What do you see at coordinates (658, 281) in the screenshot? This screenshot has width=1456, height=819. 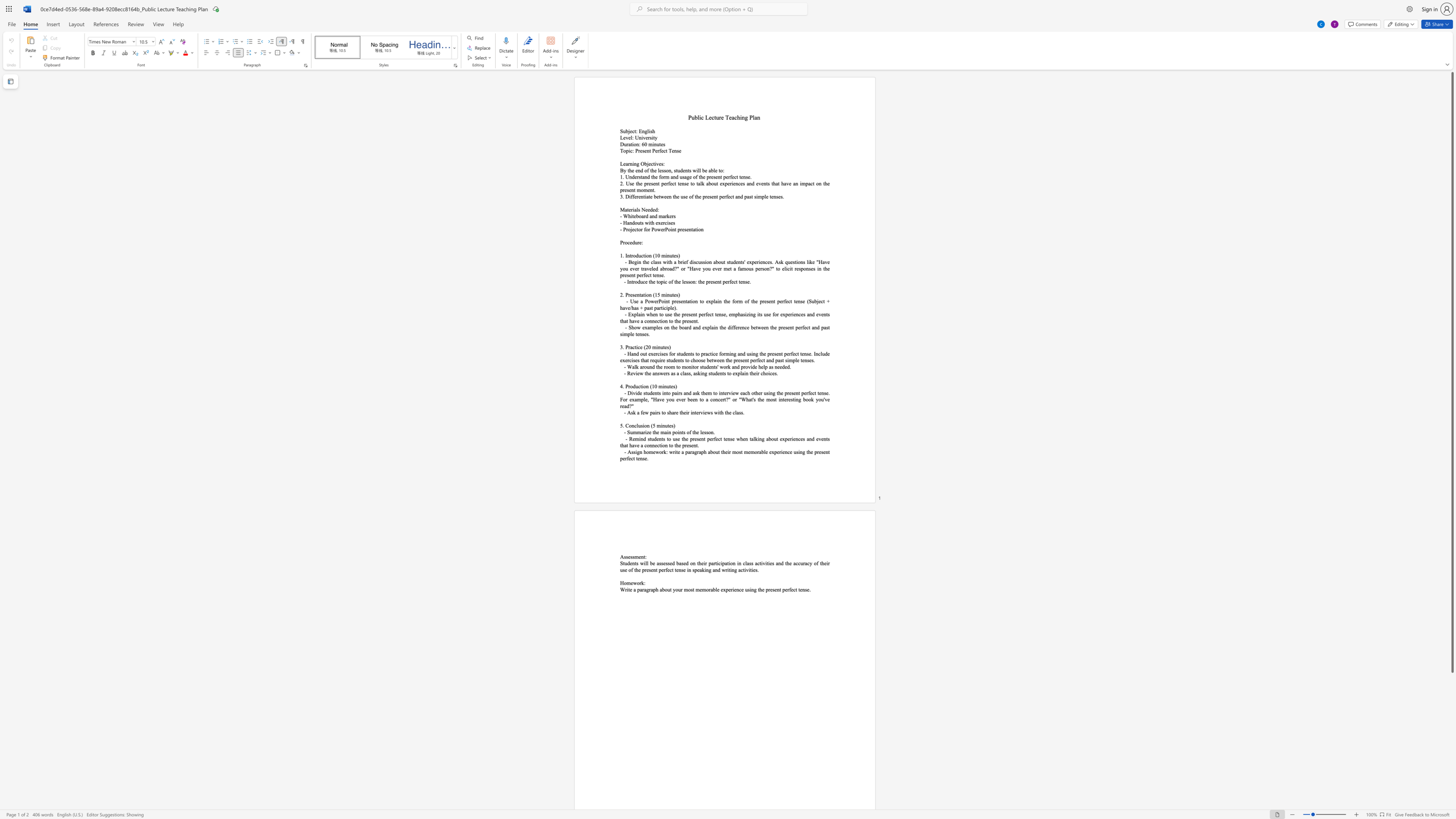 I see `the space between the continuous character "t" and "o" in the text` at bounding box center [658, 281].